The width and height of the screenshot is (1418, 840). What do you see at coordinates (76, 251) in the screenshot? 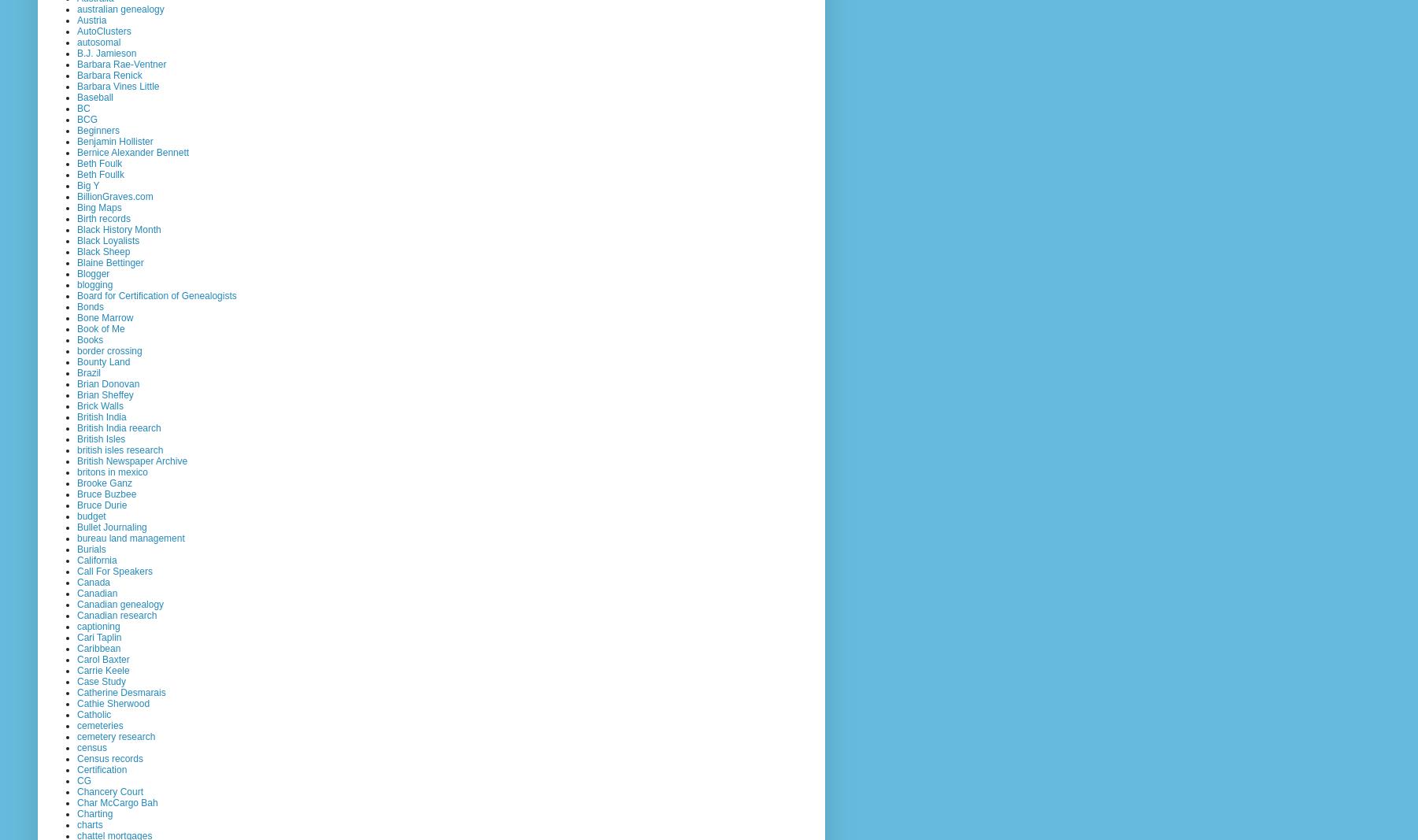
I see `'Black Sheep'` at bounding box center [76, 251].